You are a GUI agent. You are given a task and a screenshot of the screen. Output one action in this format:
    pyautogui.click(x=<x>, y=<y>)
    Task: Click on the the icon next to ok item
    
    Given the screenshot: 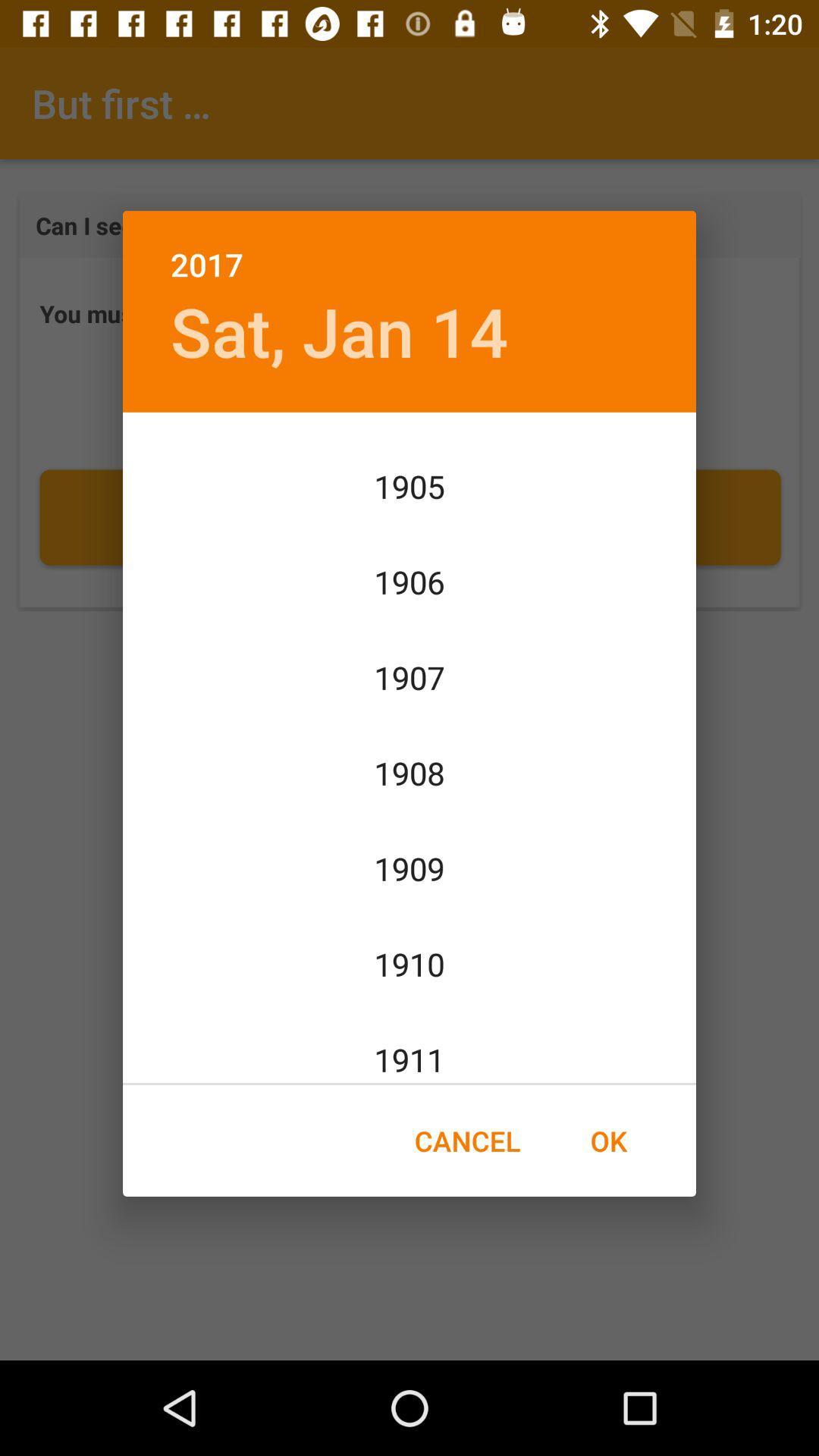 What is the action you would take?
    pyautogui.click(x=466, y=1141)
    